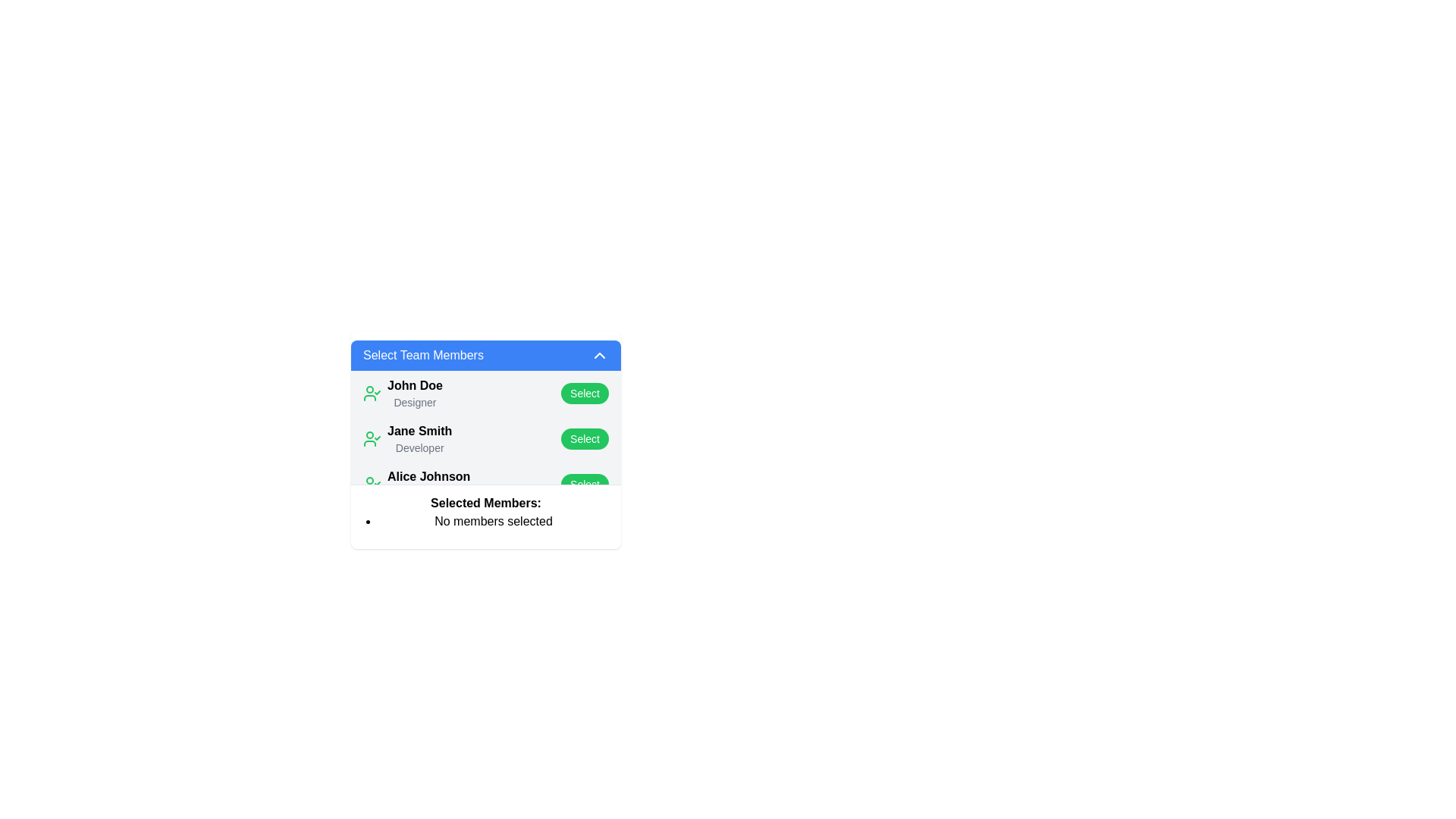 This screenshot has width=1456, height=819. Describe the element at coordinates (403, 393) in the screenshot. I see `the text display representing a team member's name and role, located at the top of the team members list, which includes a green user icon to the left and a 'Select' button to the right` at that location.